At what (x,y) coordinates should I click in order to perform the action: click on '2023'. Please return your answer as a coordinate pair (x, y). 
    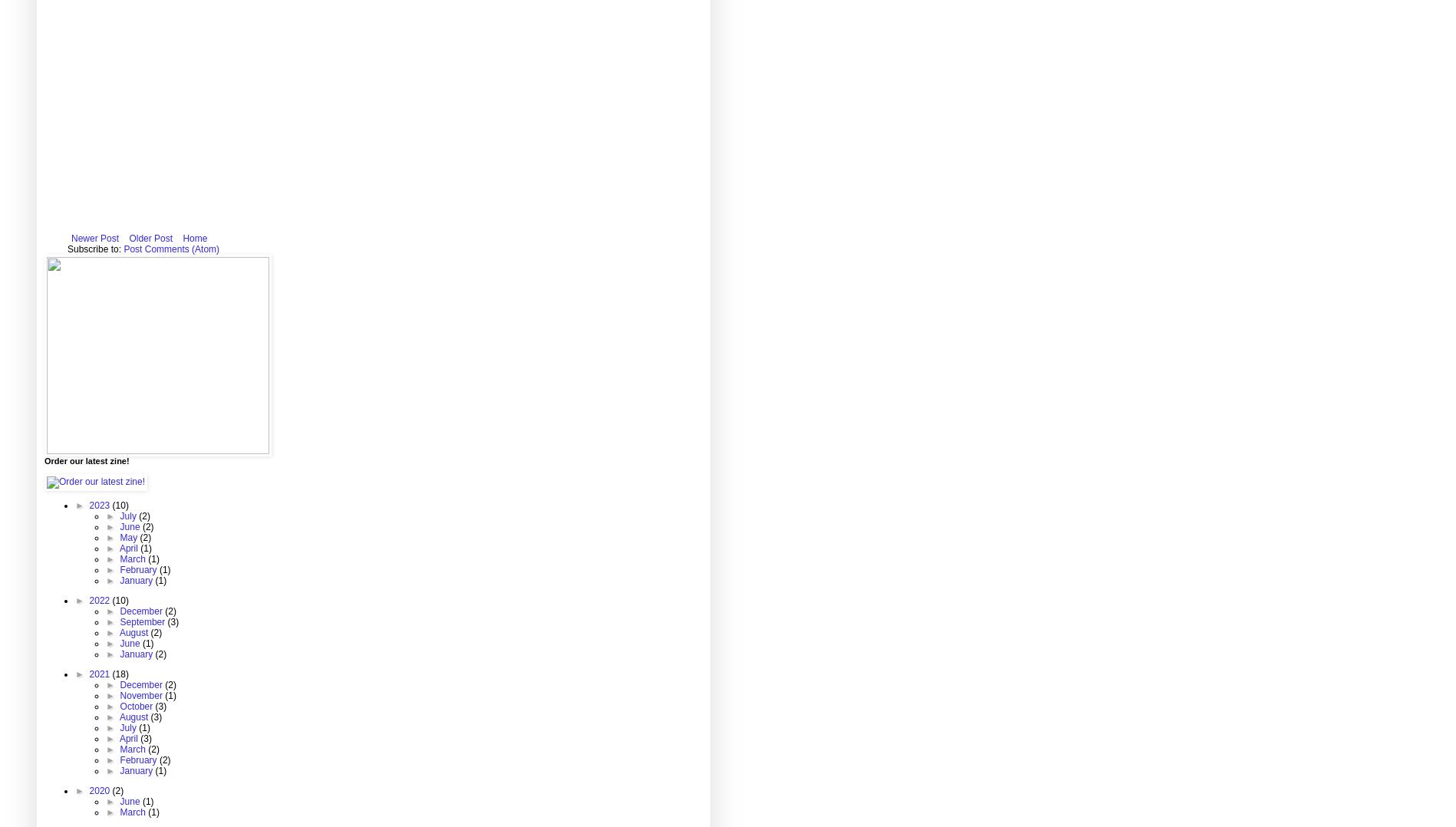
    Looking at the image, I should click on (88, 505).